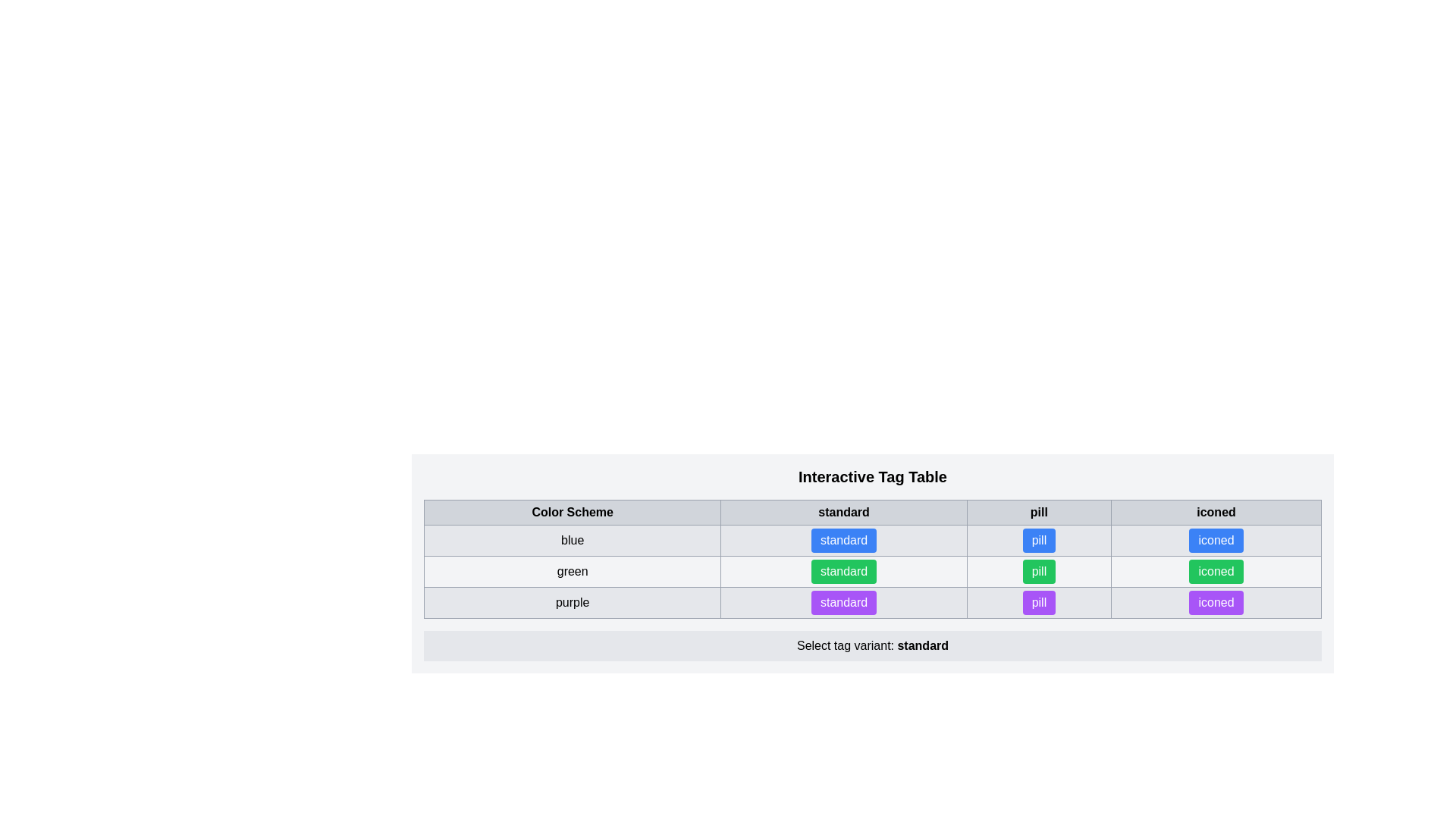 This screenshot has width=1456, height=819. What do you see at coordinates (572, 601) in the screenshot?
I see `the text label displaying 'purple' with black text on a light gray background, located at the beginning of the 'Color Scheme' column in the table` at bounding box center [572, 601].